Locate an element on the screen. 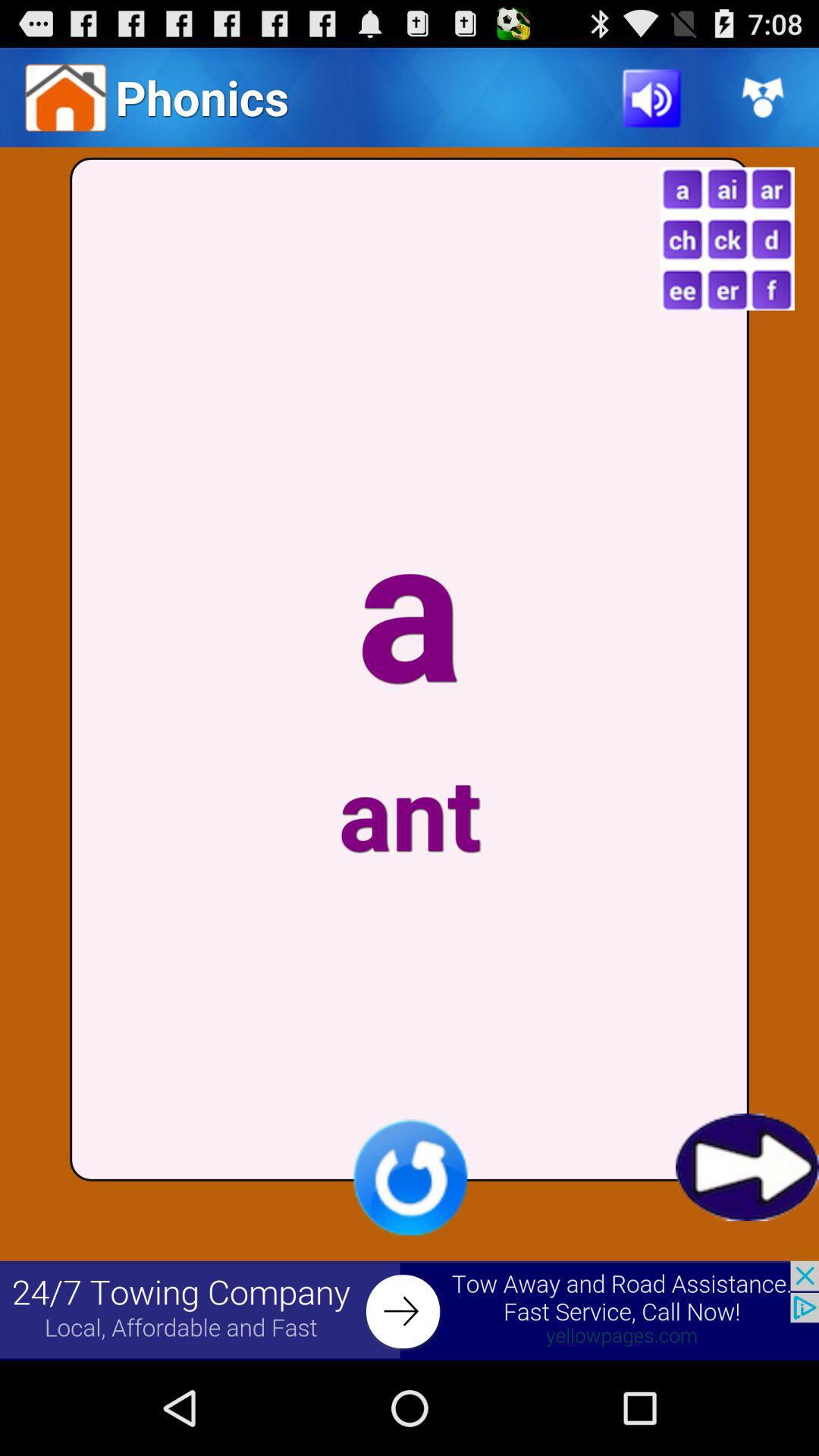 Image resolution: width=819 pixels, height=1456 pixels. new flashcard is located at coordinates (726, 238).